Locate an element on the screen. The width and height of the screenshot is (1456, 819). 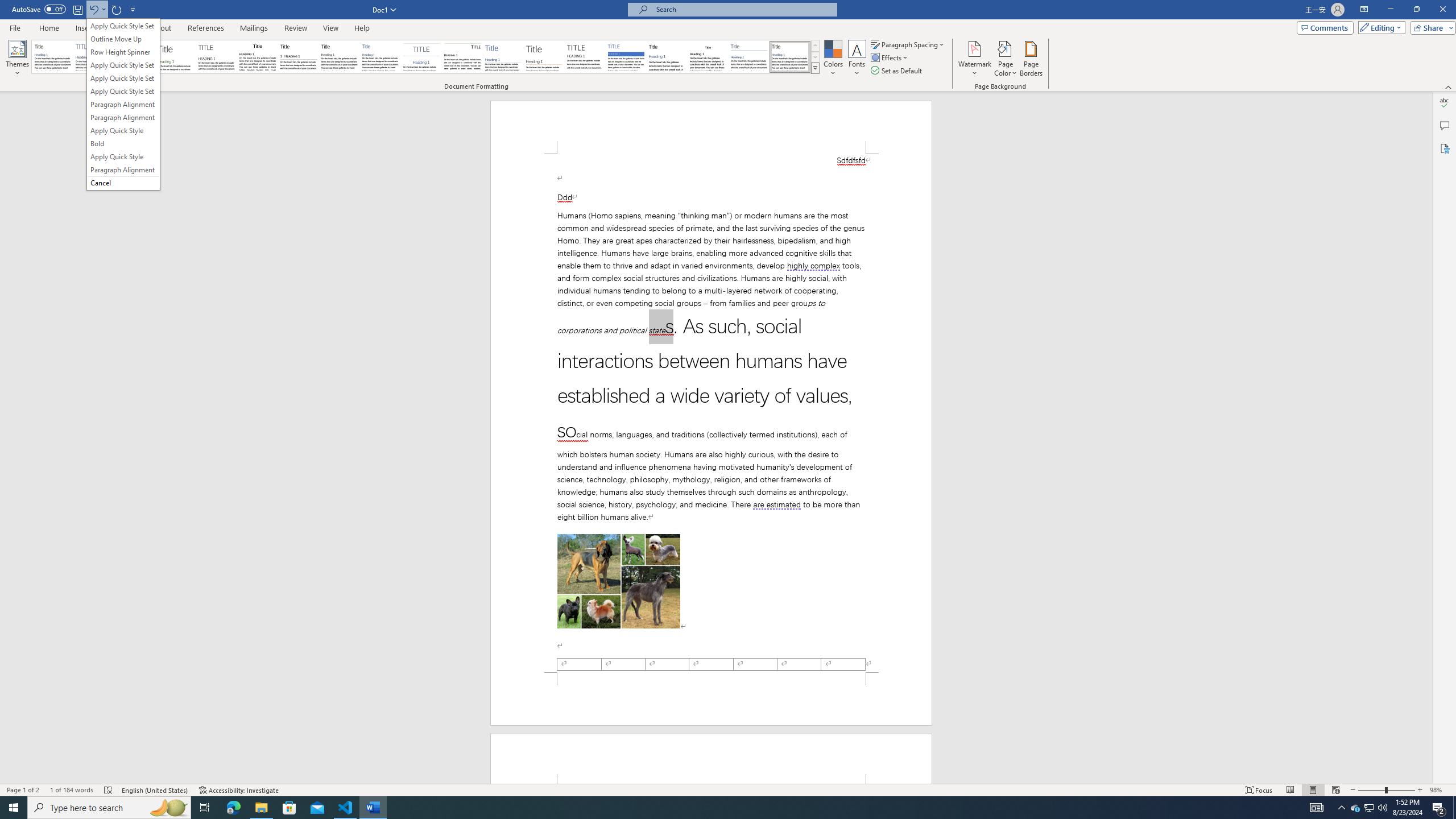
'Colors' is located at coordinates (832, 59).